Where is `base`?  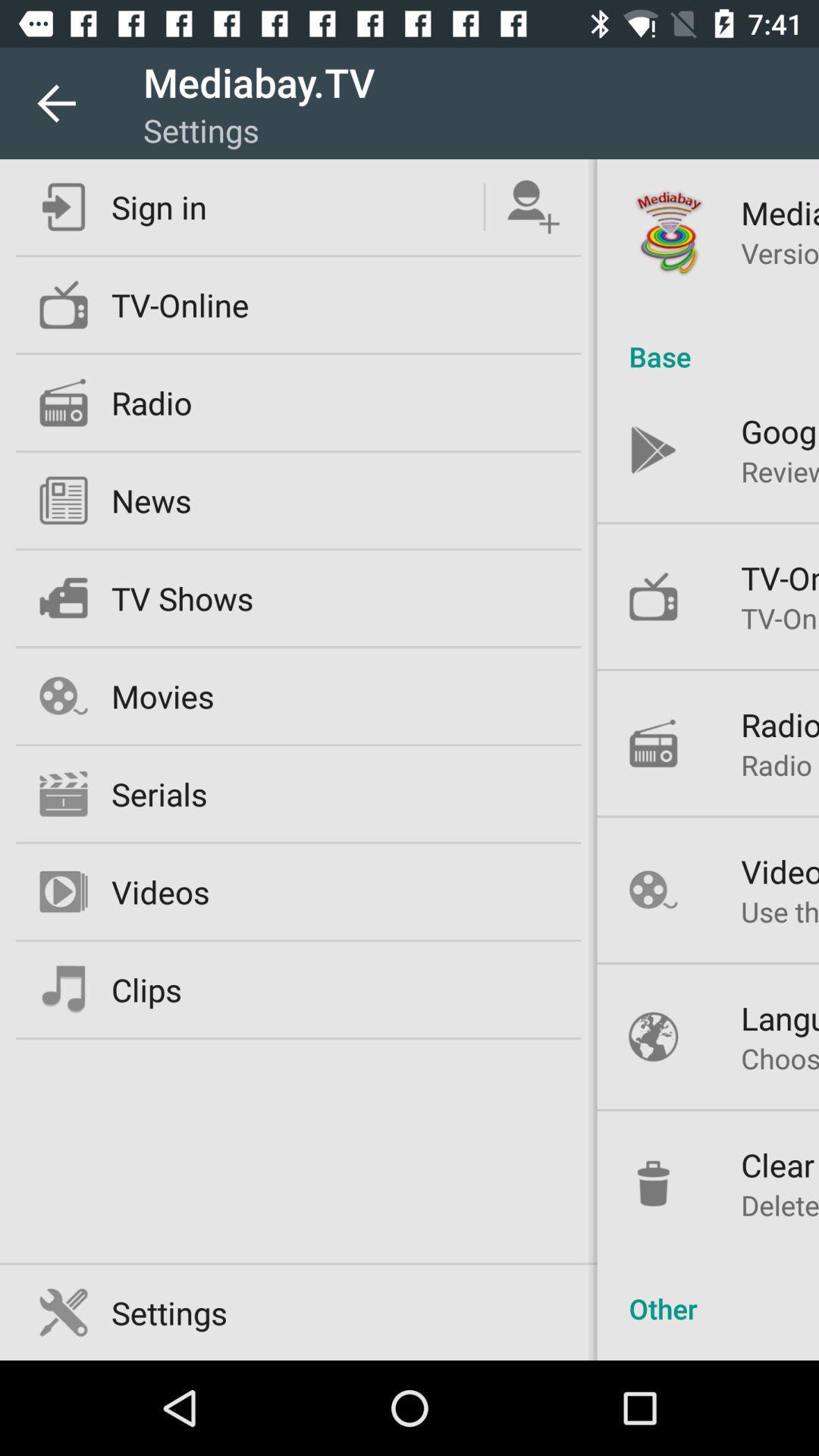 base is located at coordinates (708, 340).